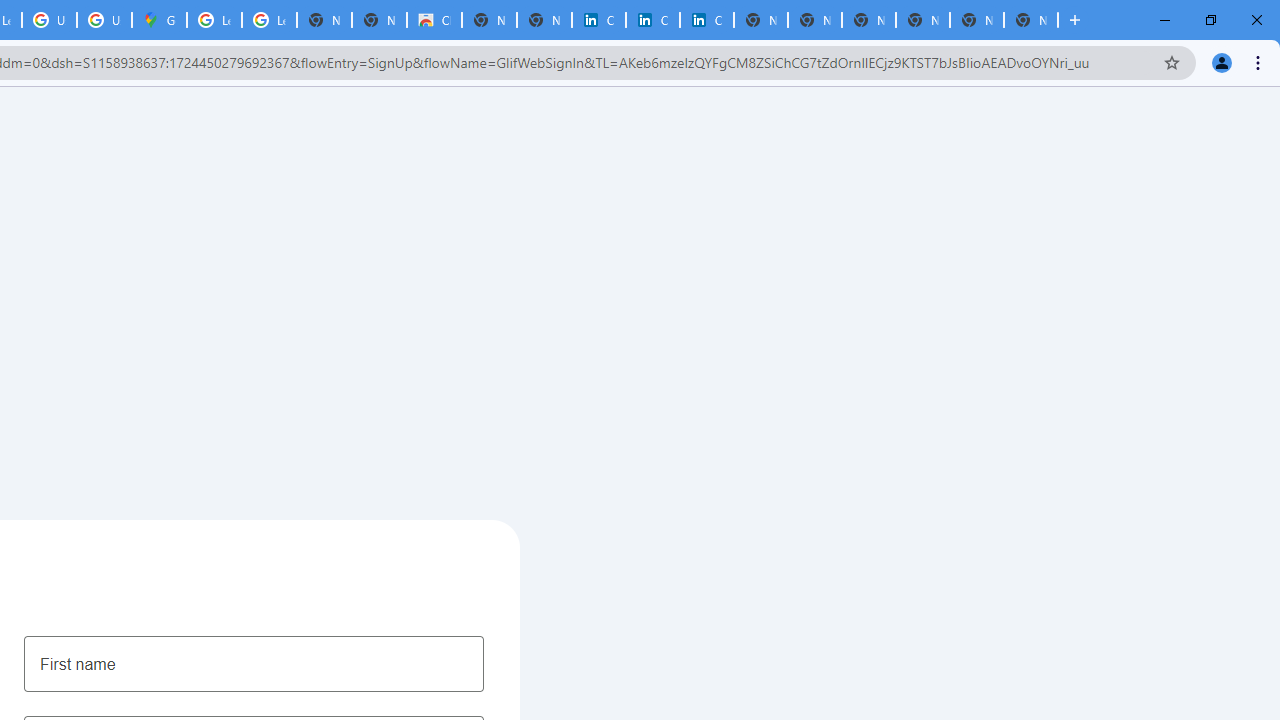 Image resolution: width=1280 pixels, height=720 pixels. Describe the element at coordinates (598, 20) in the screenshot. I see `'Cookie Policy | LinkedIn'` at that location.